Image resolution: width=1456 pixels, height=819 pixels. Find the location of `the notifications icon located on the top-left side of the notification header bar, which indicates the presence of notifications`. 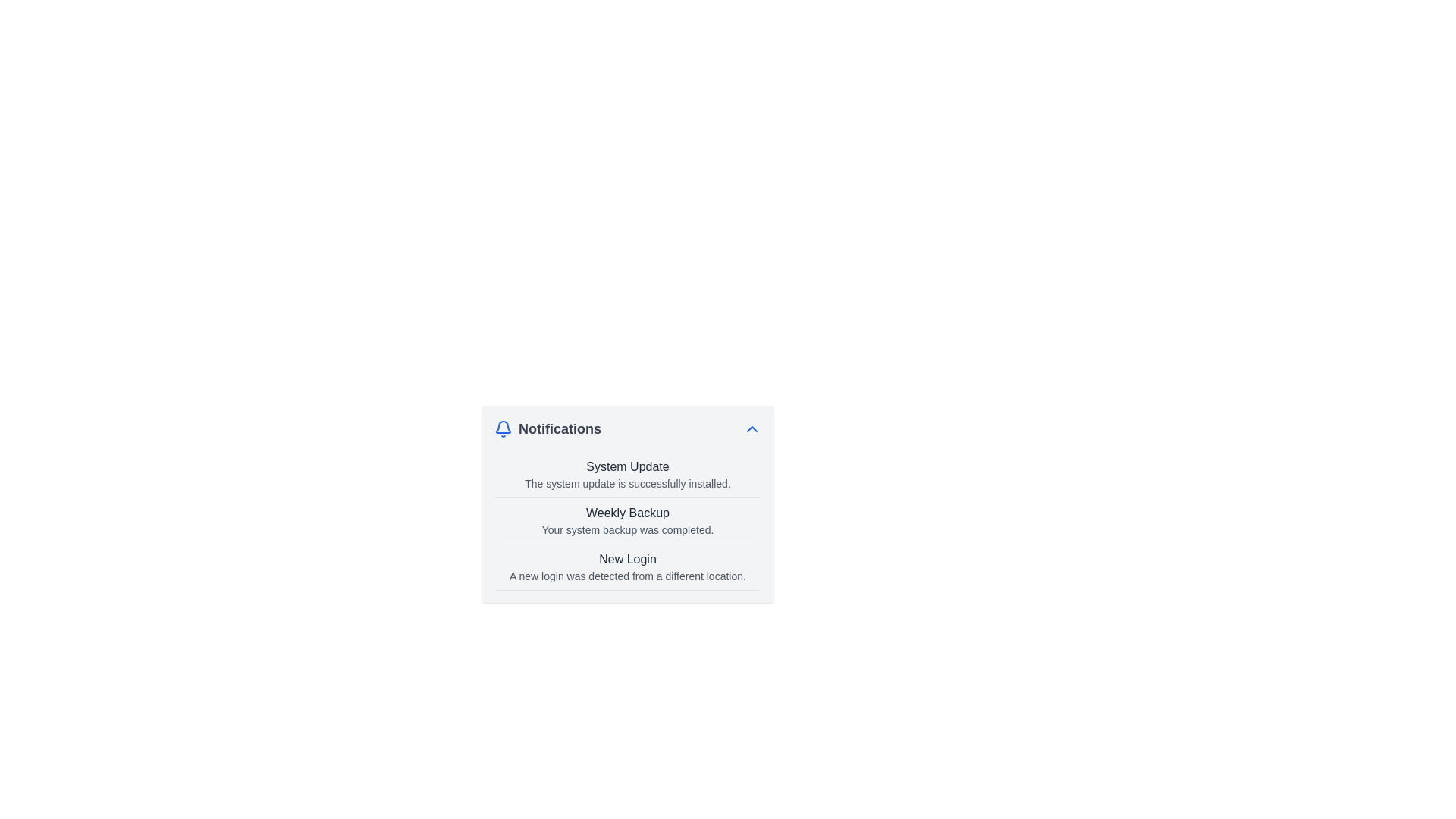

the notifications icon located on the top-left side of the notification header bar, which indicates the presence of notifications is located at coordinates (503, 429).